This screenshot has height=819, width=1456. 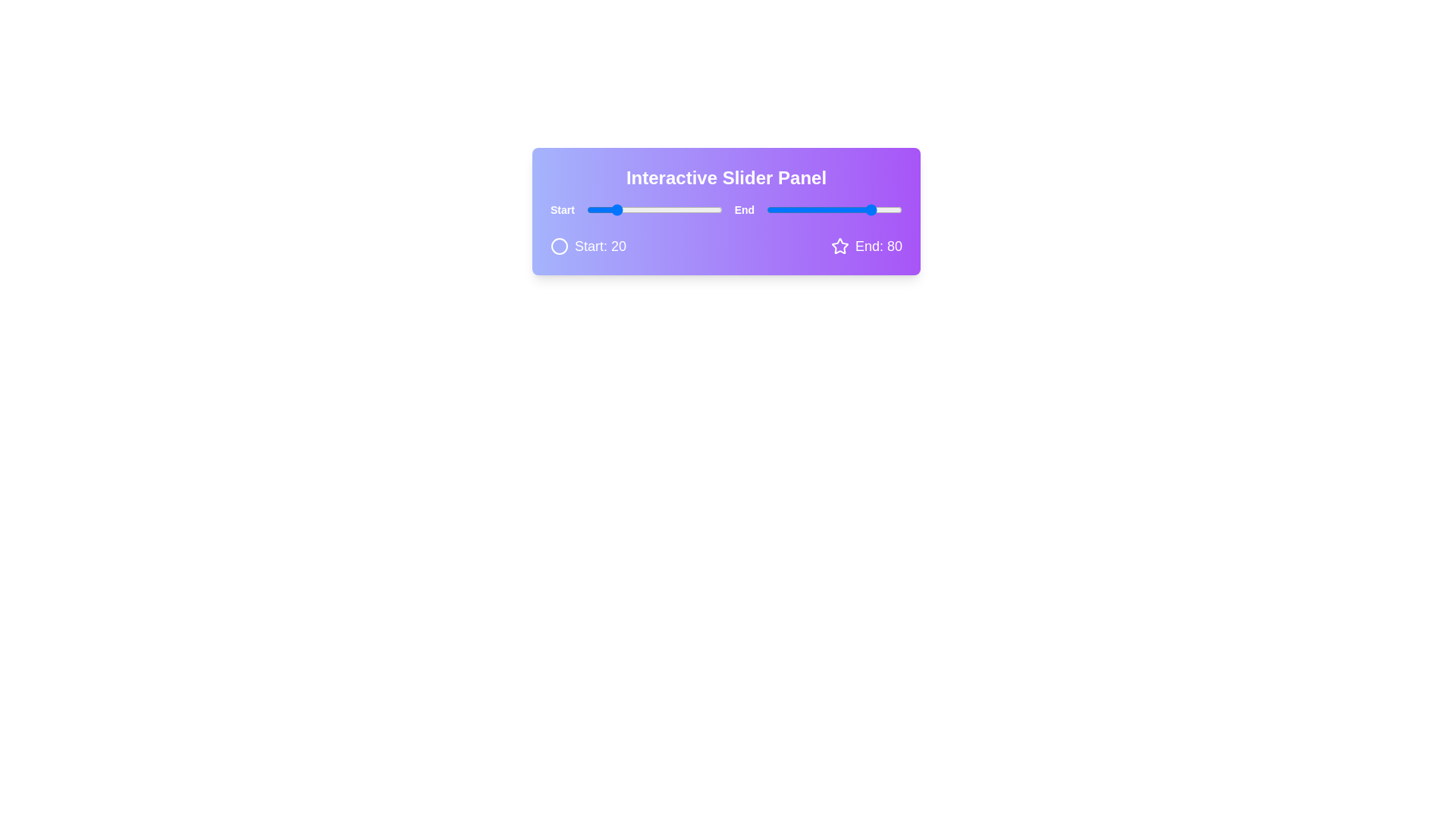 I want to click on the five-pointed star icon filled with a gradient color blending between purple and white, located adjacent to the text 'End: 80' on the interactive slider panel, so click(x=839, y=245).